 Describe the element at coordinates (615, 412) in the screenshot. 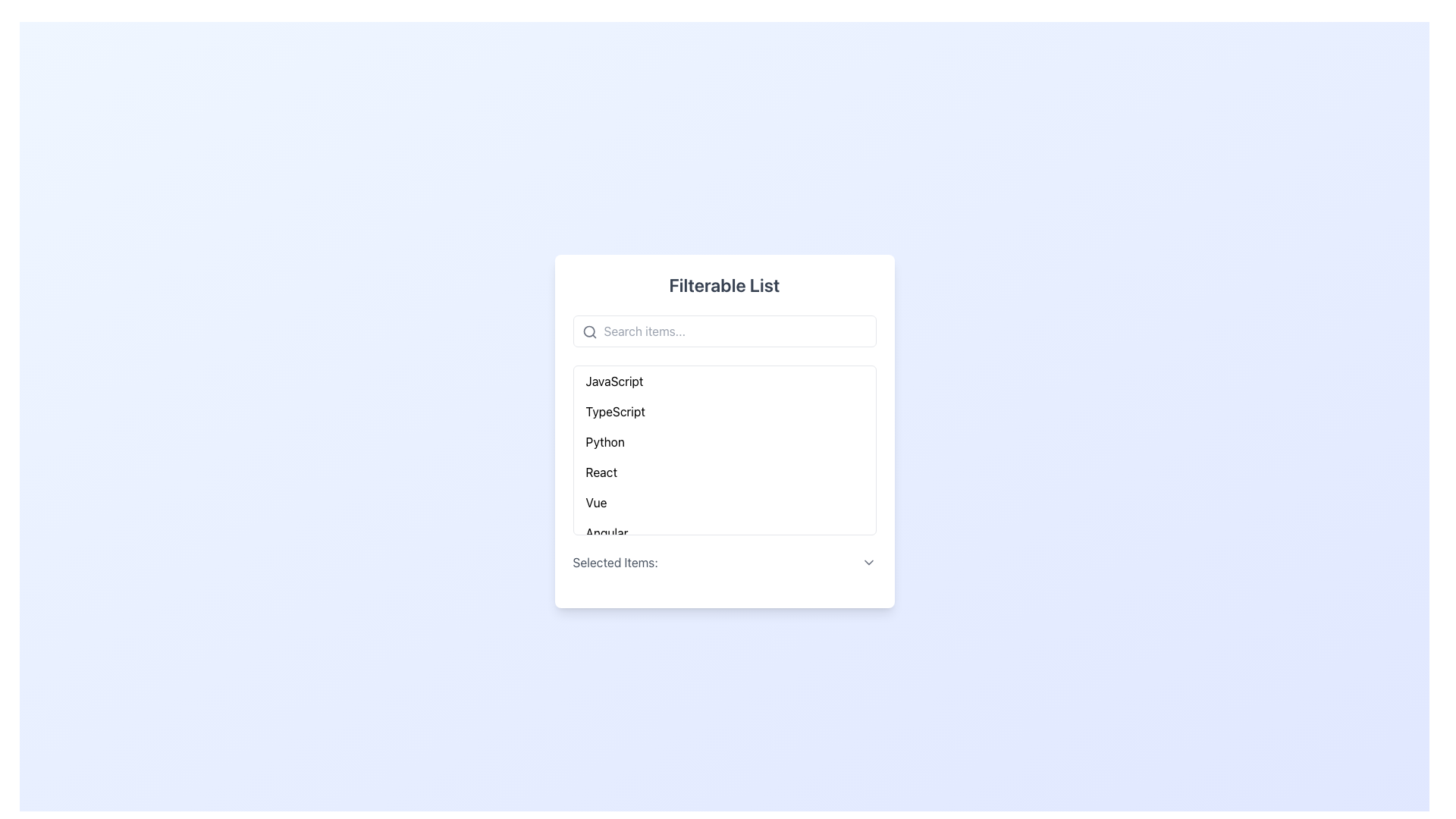

I see `the selectable list item labeled 'TypeScript'` at that location.